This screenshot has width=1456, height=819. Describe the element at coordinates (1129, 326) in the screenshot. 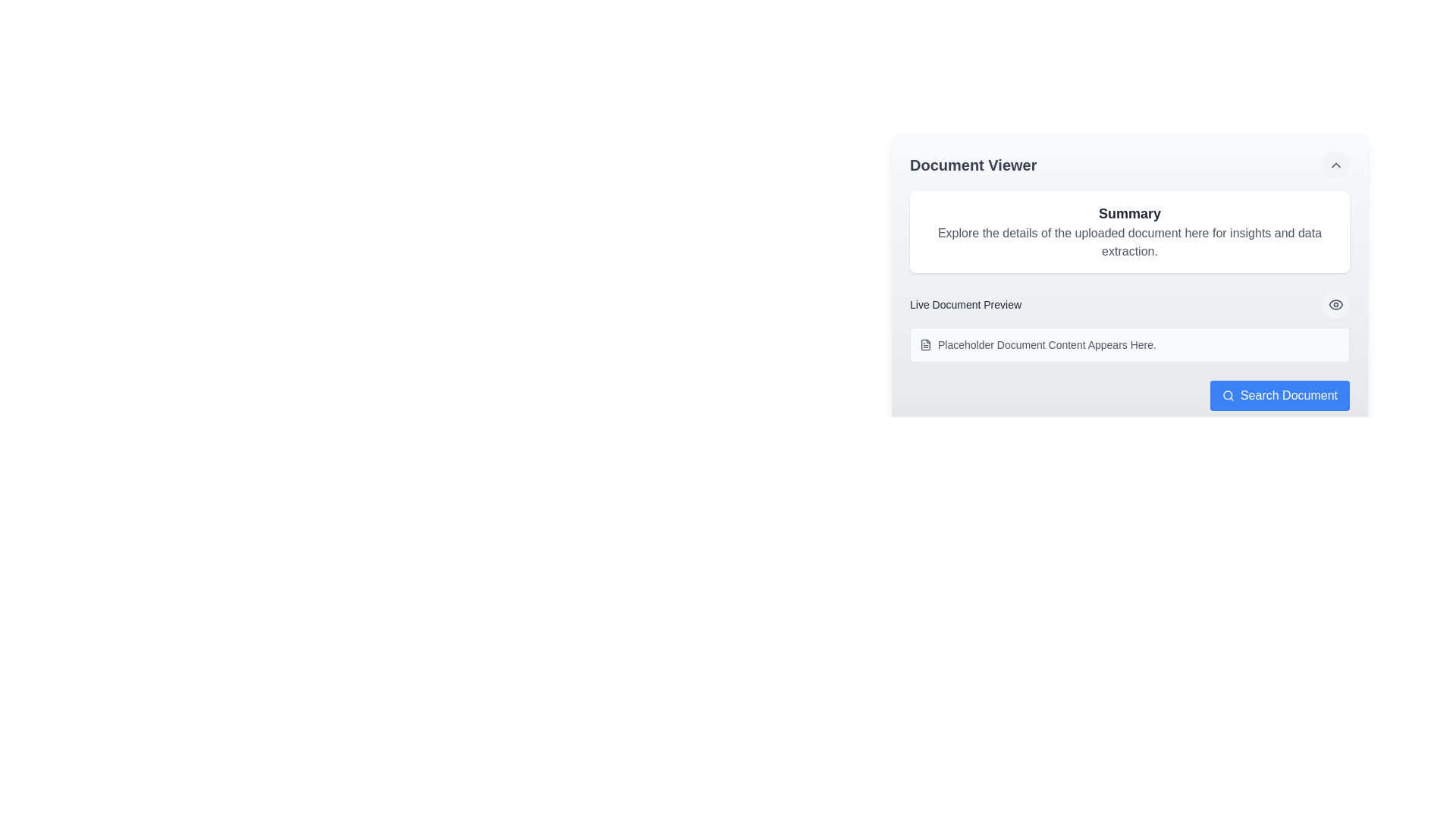

I see `the interactive areas within the preview panel for document contents, which is located centrally in the 'Document Viewer' component, below the 'Summary' section and above the 'Search Document' button` at that location.